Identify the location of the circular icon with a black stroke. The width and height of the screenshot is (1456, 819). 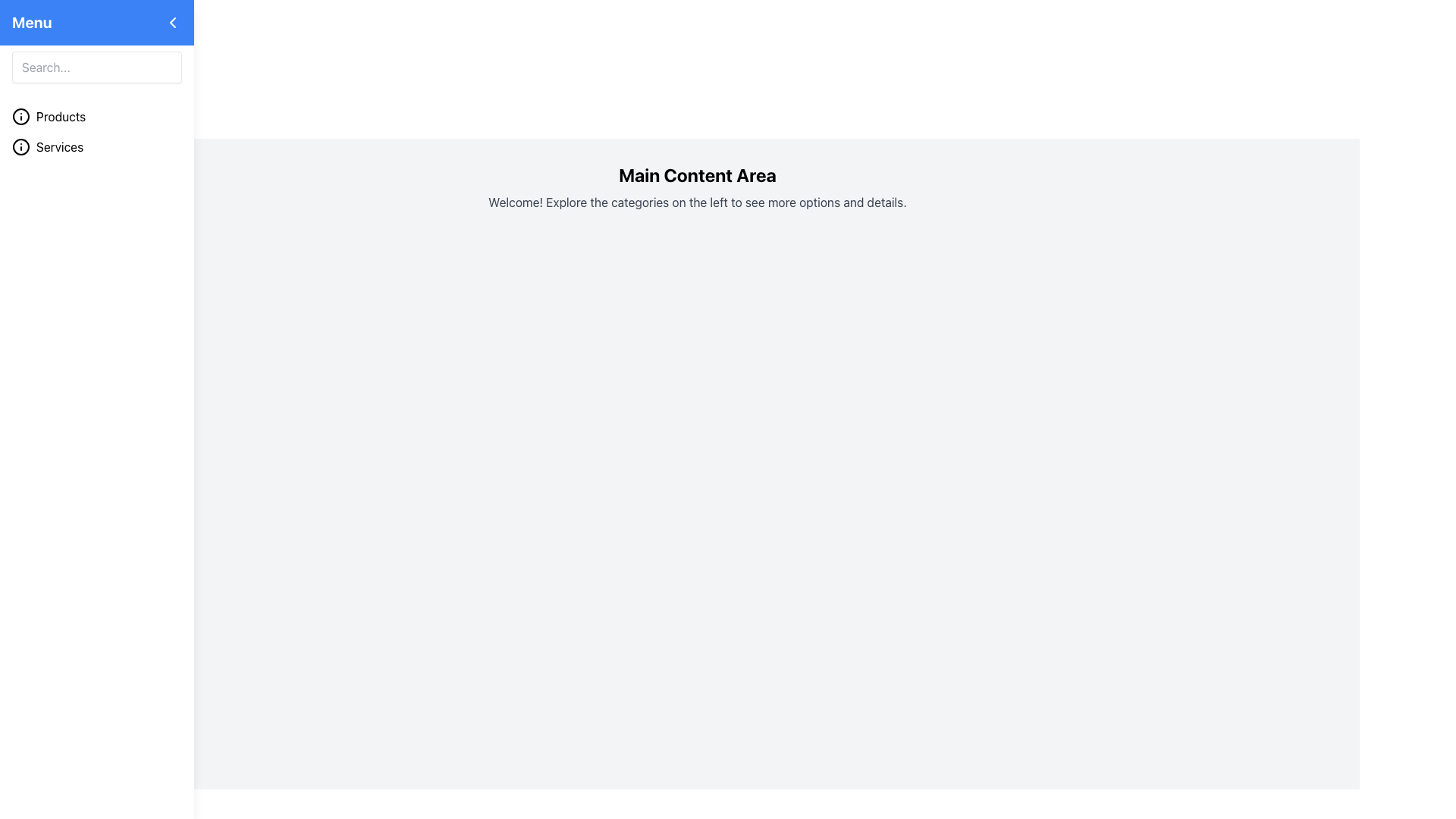
(21, 146).